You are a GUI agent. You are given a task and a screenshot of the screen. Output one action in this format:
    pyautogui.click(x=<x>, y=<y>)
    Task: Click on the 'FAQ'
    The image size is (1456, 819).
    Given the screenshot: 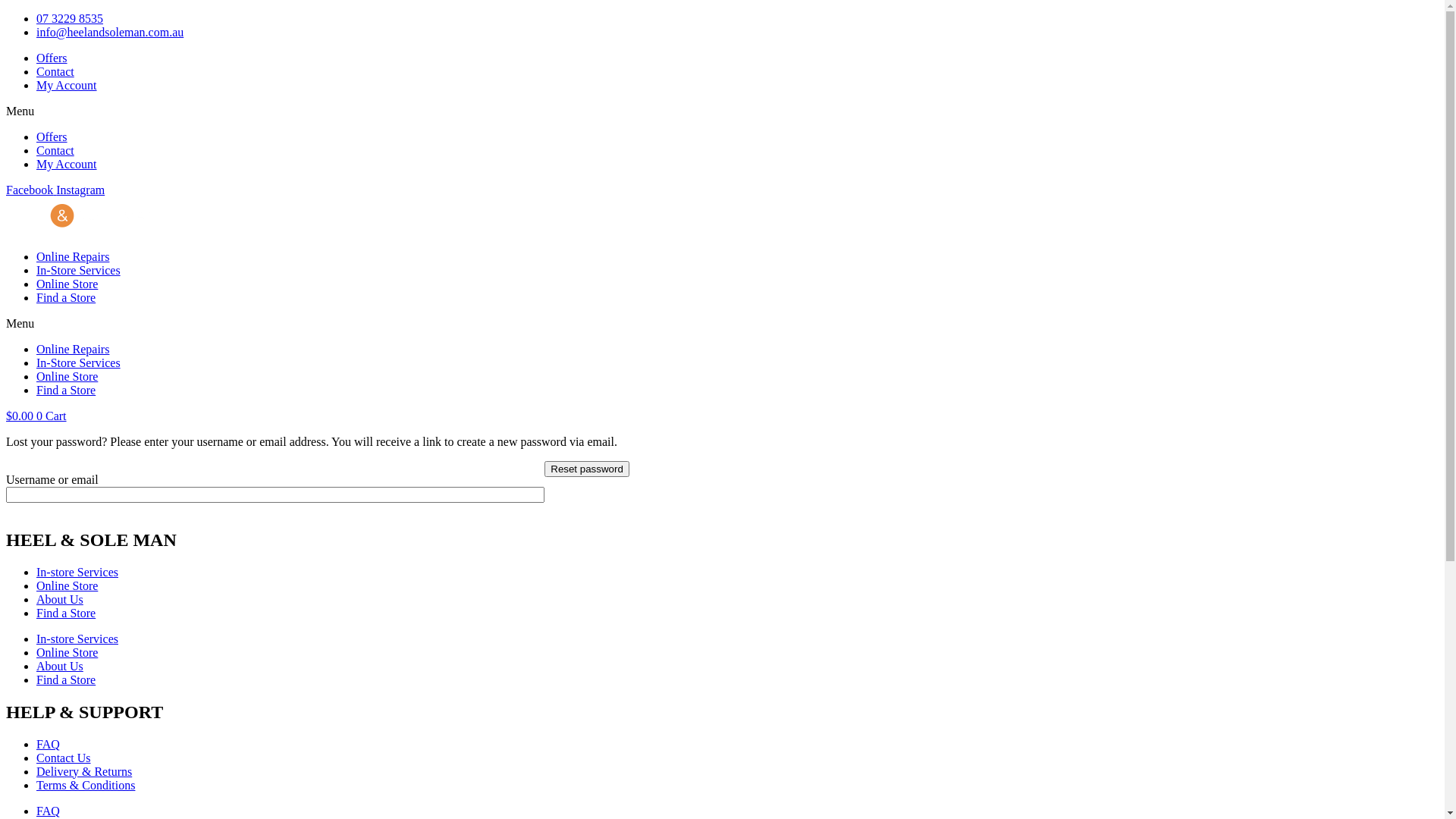 What is the action you would take?
    pyautogui.click(x=48, y=743)
    